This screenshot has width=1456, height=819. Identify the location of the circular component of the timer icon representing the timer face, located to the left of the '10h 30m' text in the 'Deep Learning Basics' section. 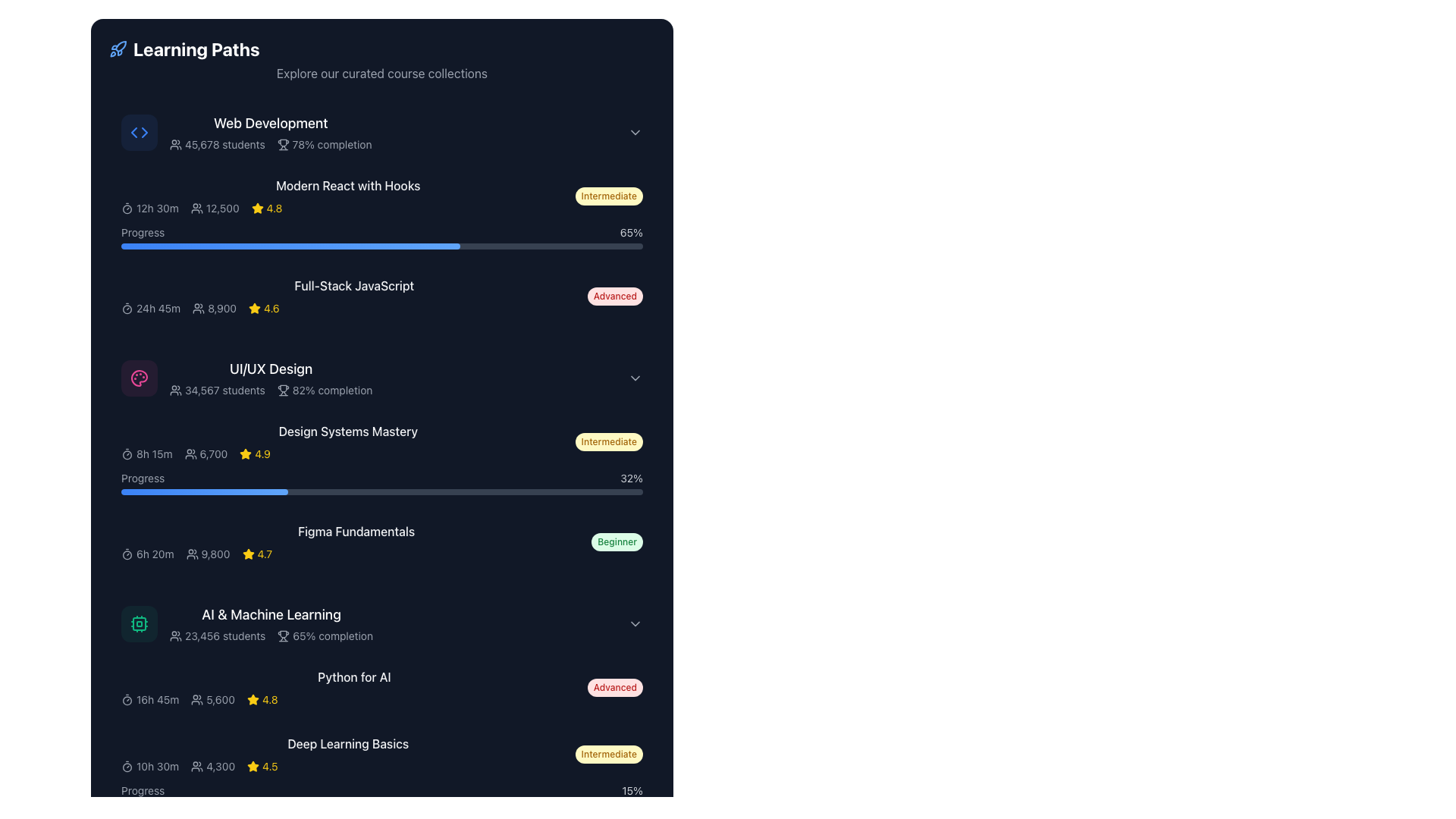
(127, 767).